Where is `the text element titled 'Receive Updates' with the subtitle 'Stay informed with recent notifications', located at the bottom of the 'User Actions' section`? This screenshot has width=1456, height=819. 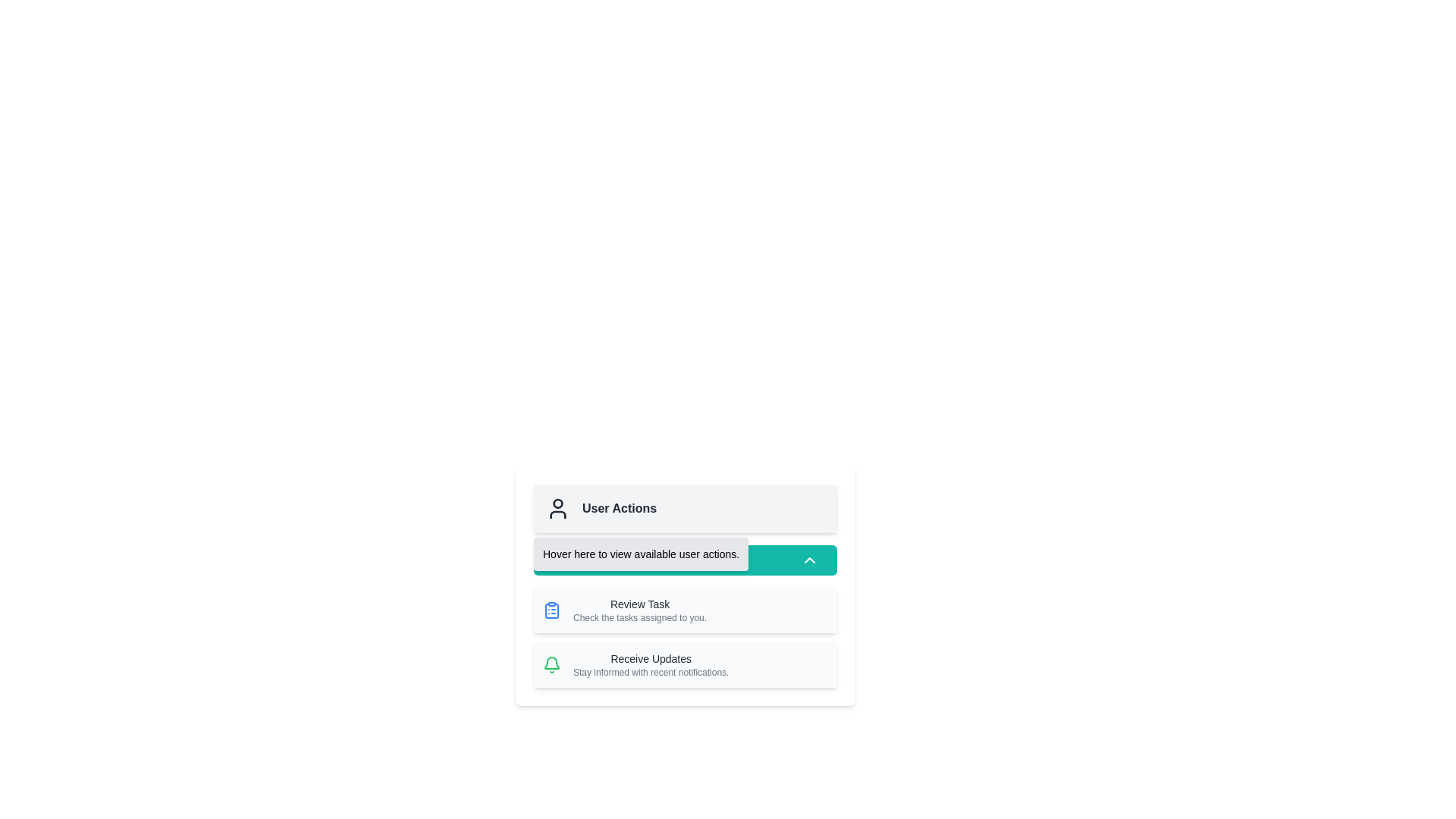
the text element titled 'Receive Updates' with the subtitle 'Stay informed with recent notifications', located at the bottom of the 'User Actions' section is located at coordinates (651, 664).